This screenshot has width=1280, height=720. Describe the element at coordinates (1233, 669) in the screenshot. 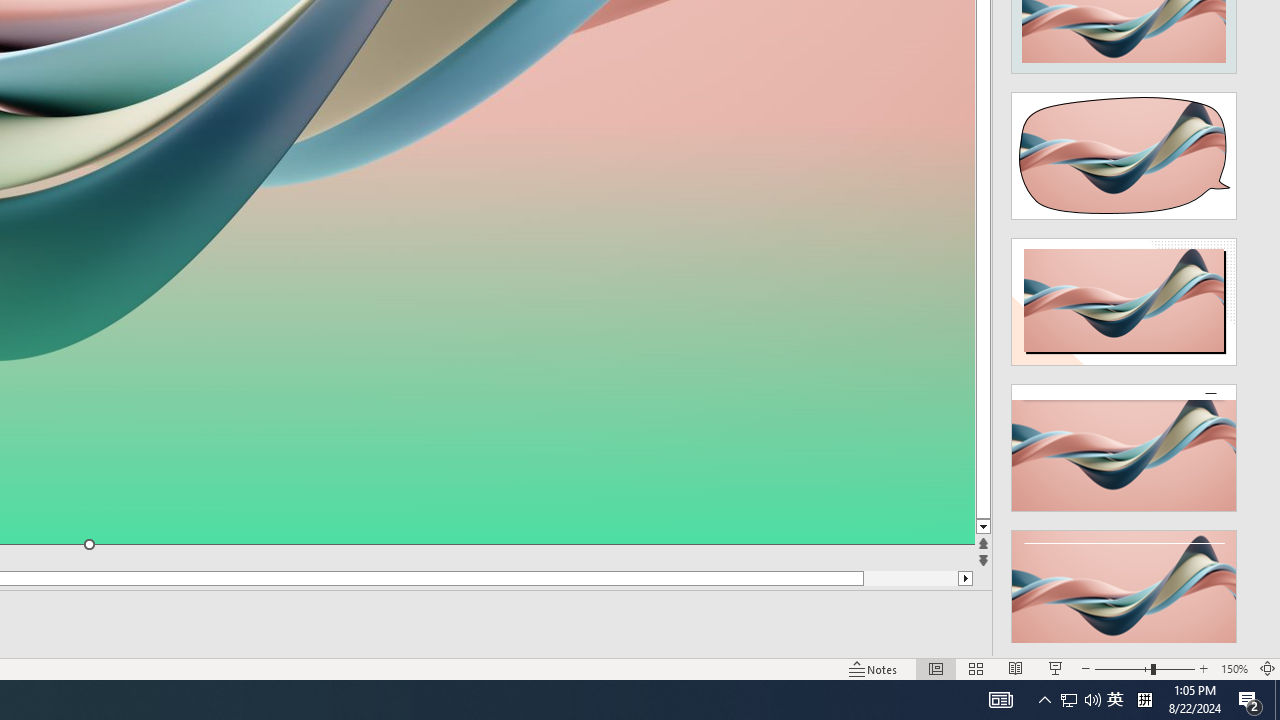

I see `'Zoom 150%'` at that location.